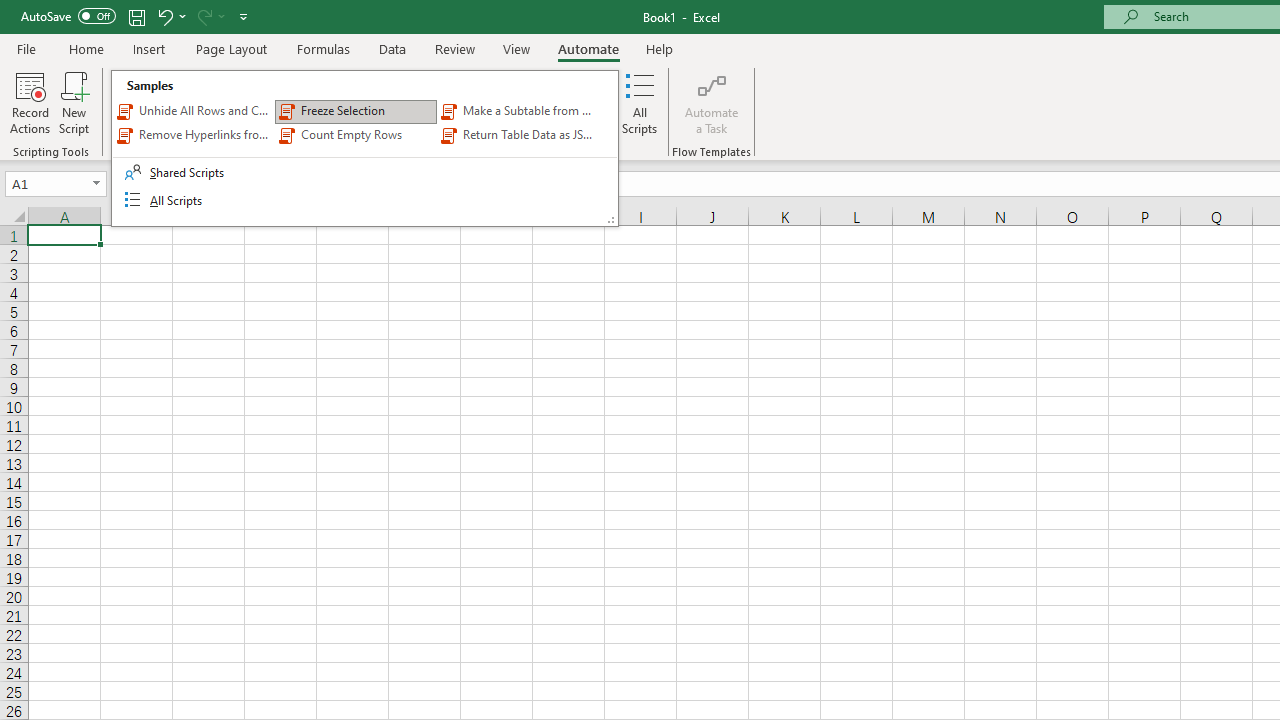  Describe the element at coordinates (68, 16) in the screenshot. I see `'AutoSave'` at that location.